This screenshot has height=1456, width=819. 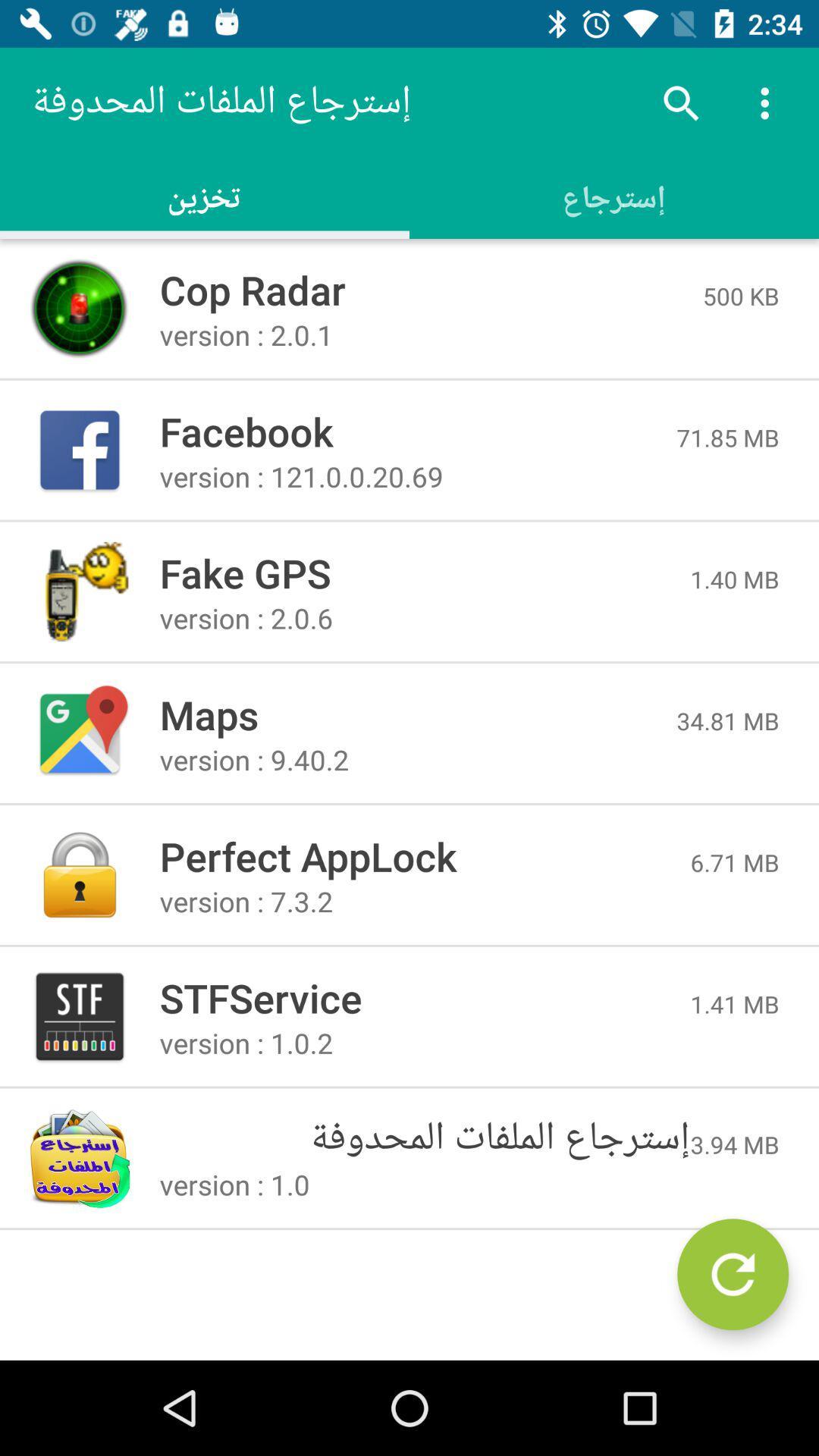 What do you see at coordinates (732, 1274) in the screenshot?
I see `the refresh icon` at bounding box center [732, 1274].